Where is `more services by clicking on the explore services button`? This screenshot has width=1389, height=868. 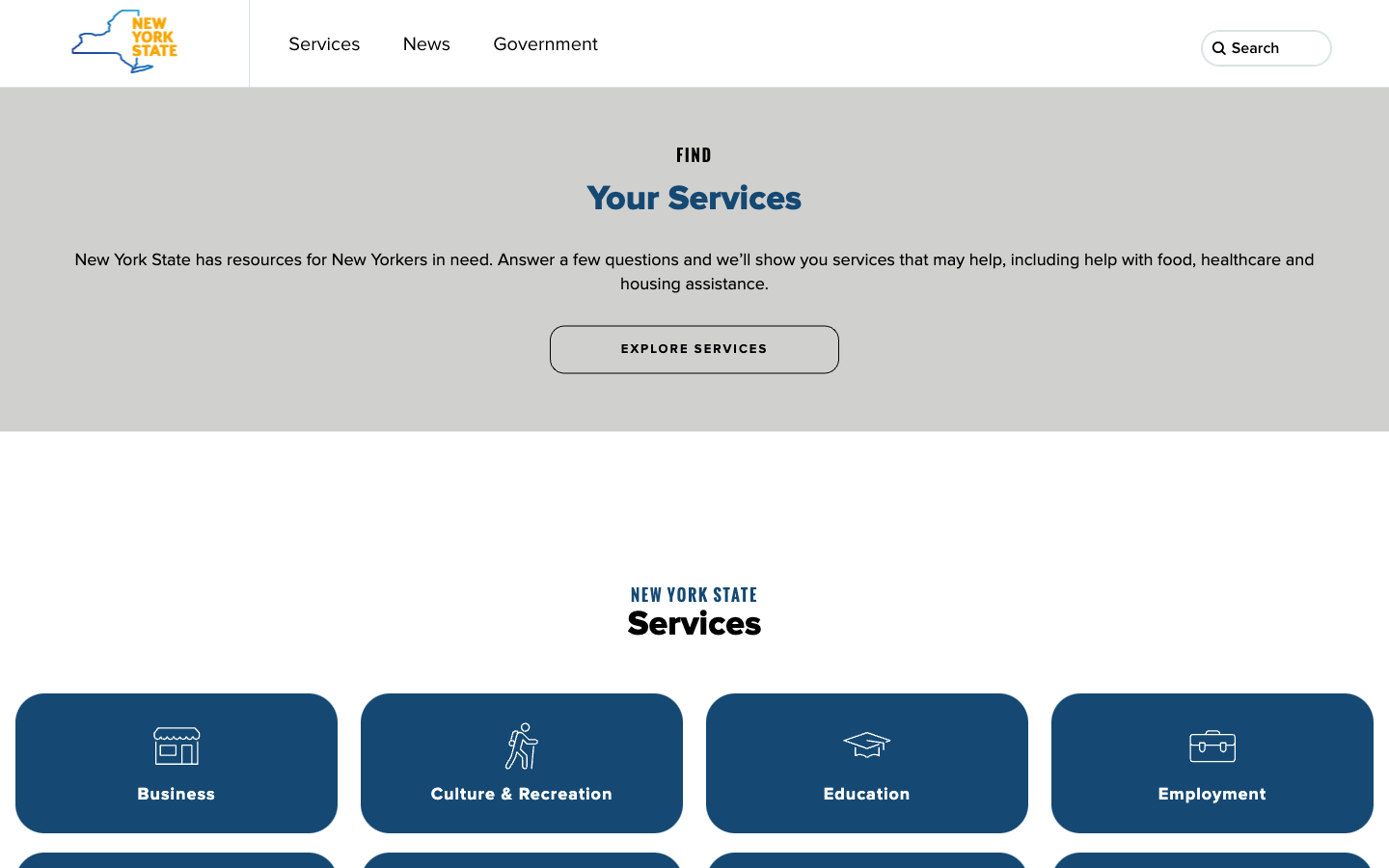 more services by clicking on the explore services button is located at coordinates (694, 348).